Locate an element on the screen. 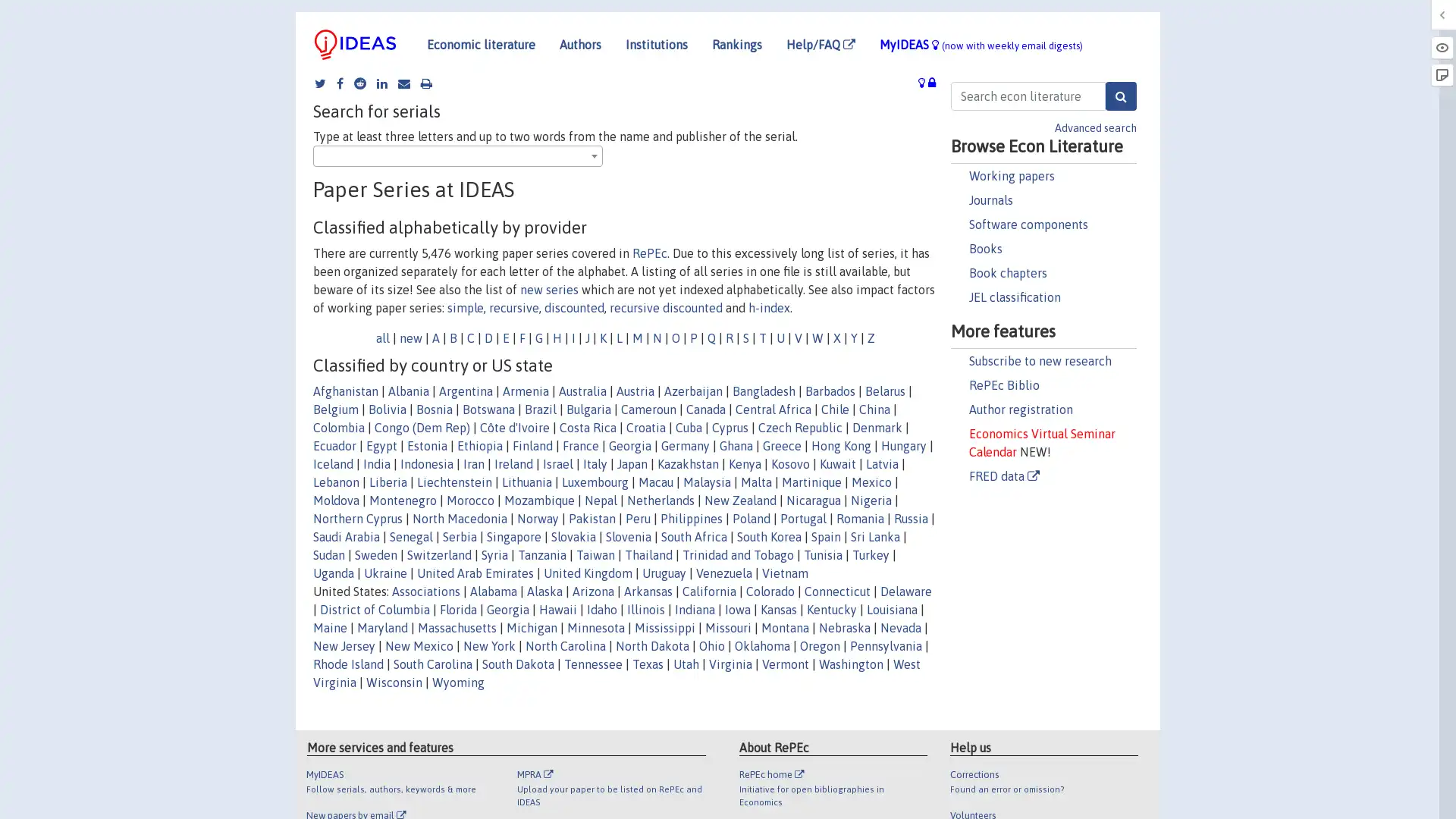 The width and height of the screenshot is (1456, 819). New page note is located at coordinates (1441, 75).